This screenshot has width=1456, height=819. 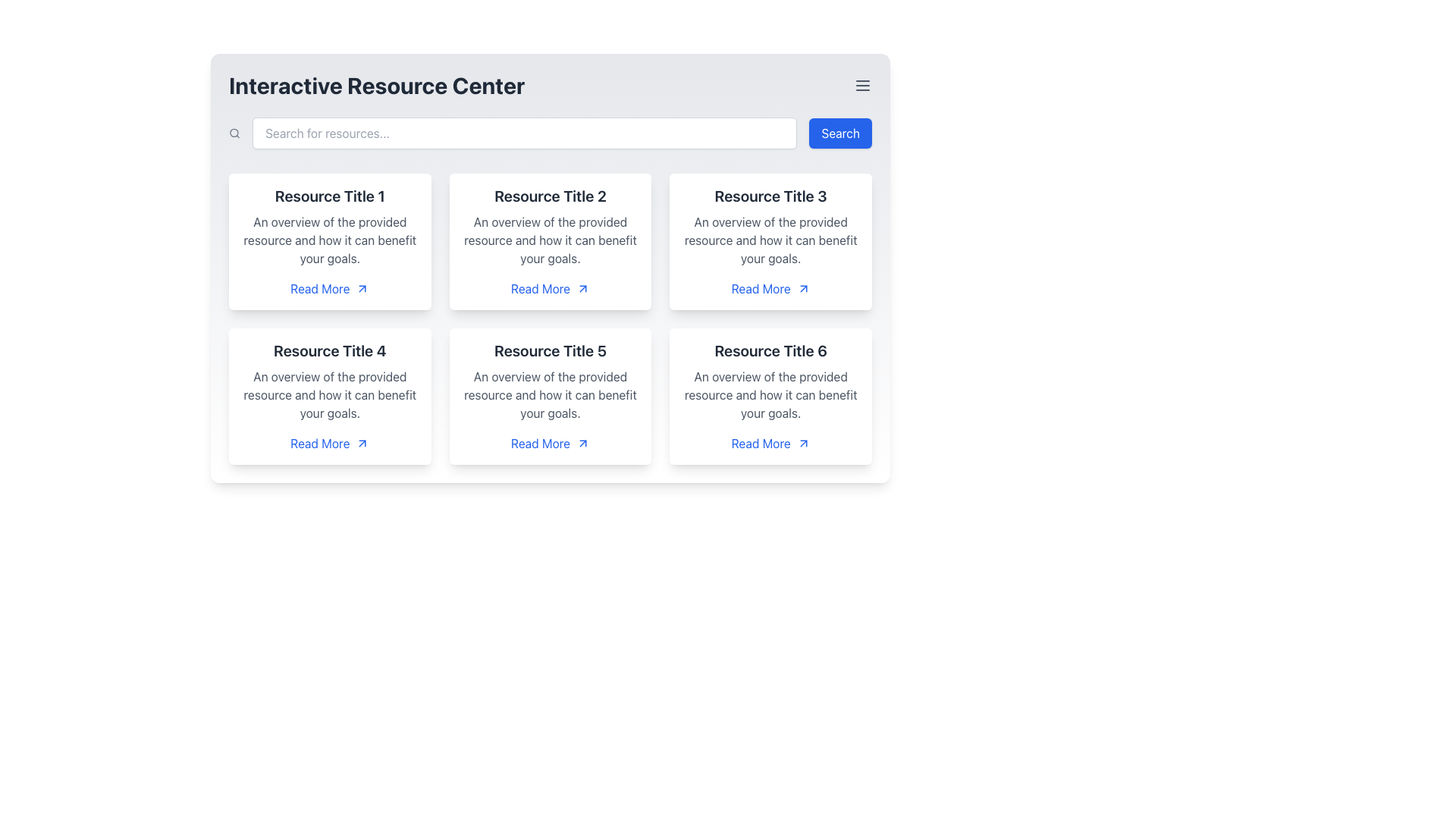 What do you see at coordinates (234, 133) in the screenshot?
I see `the search icon located to the left of the search input field in the top section of the interface` at bounding box center [234, 133].